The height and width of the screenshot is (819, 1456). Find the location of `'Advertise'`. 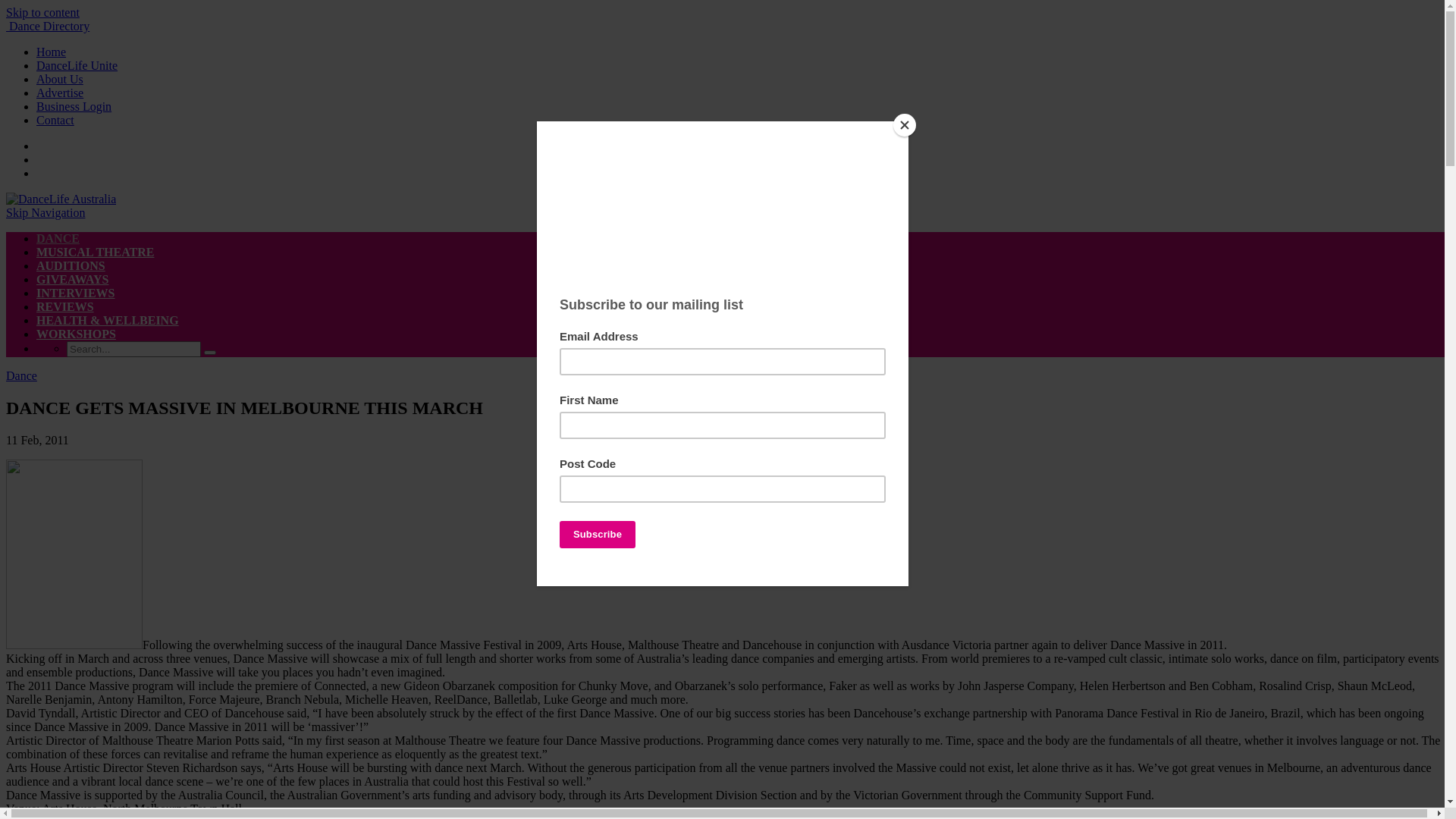

'Advertise' is located at coordinates (59, 93).